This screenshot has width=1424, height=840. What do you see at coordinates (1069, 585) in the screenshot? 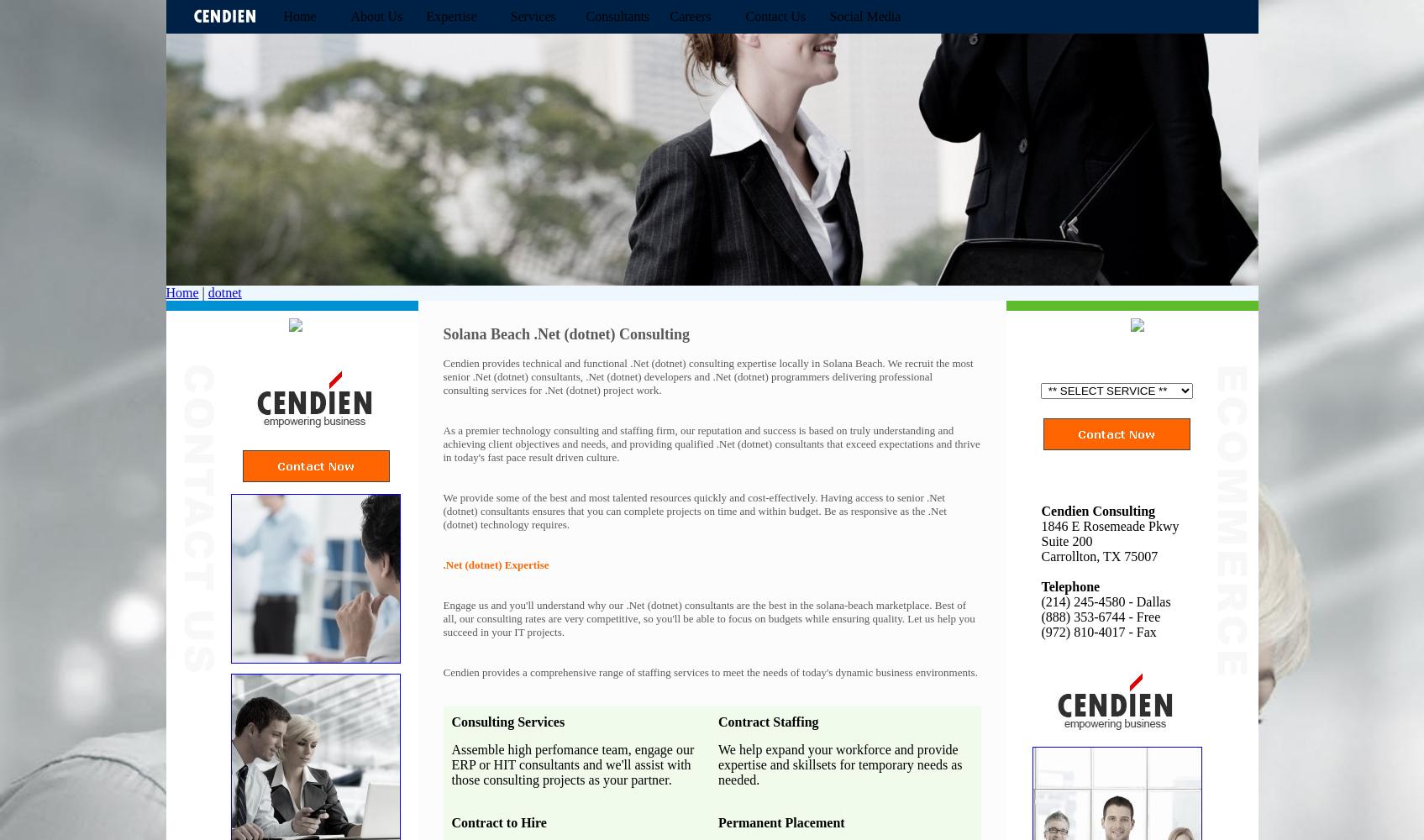
I see `'Telephone'` at bounding box center [1069, 585].